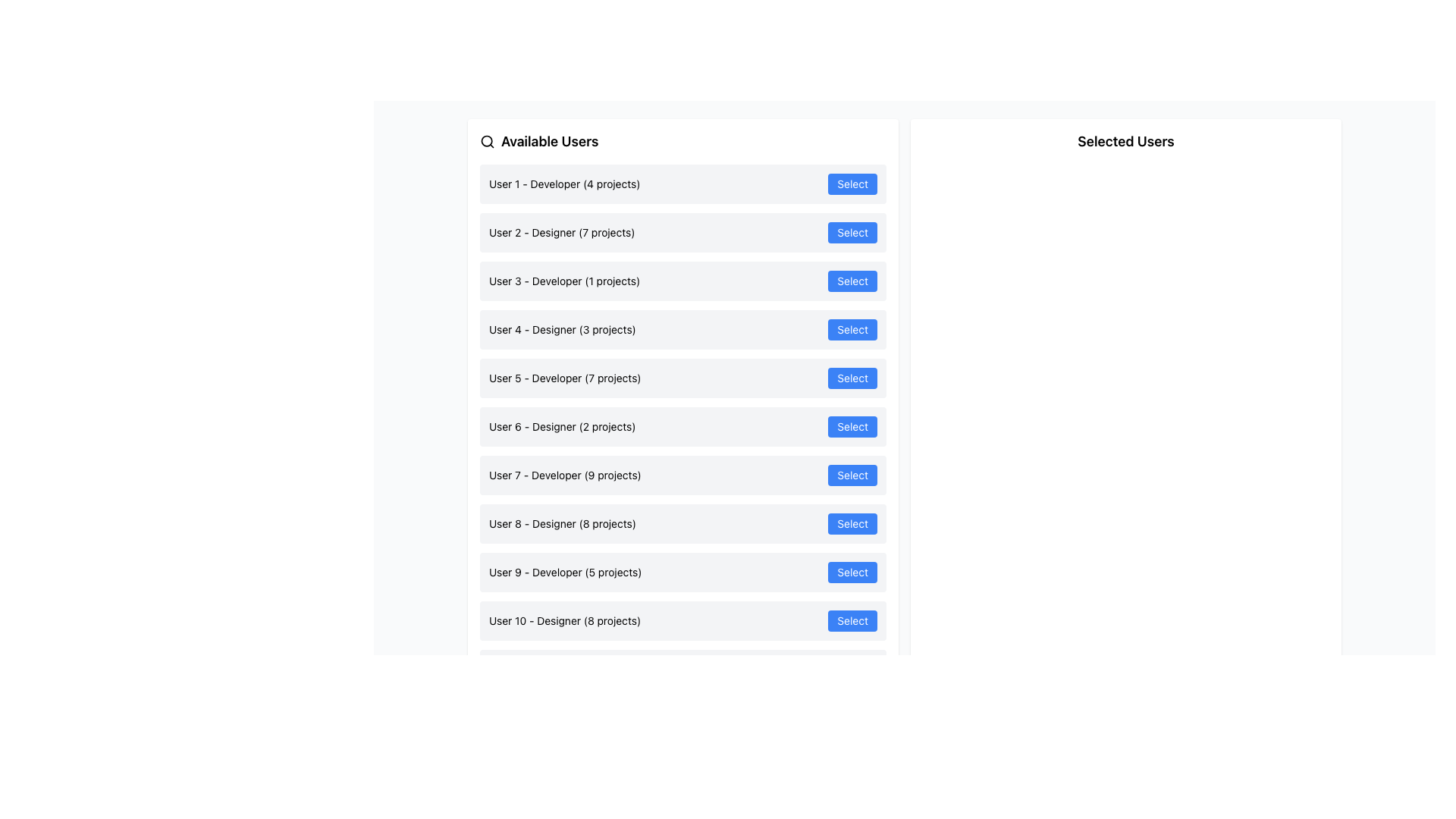  What do you see at coordinates (563, 184) in the screenshot?
I see `the text label that reads 'User 1 - Developer (4 projects)', which is styled in bold sans-serif font and positioned above a 'Select' button in a horizontally aligned panel` at bounding box center [563, 184].